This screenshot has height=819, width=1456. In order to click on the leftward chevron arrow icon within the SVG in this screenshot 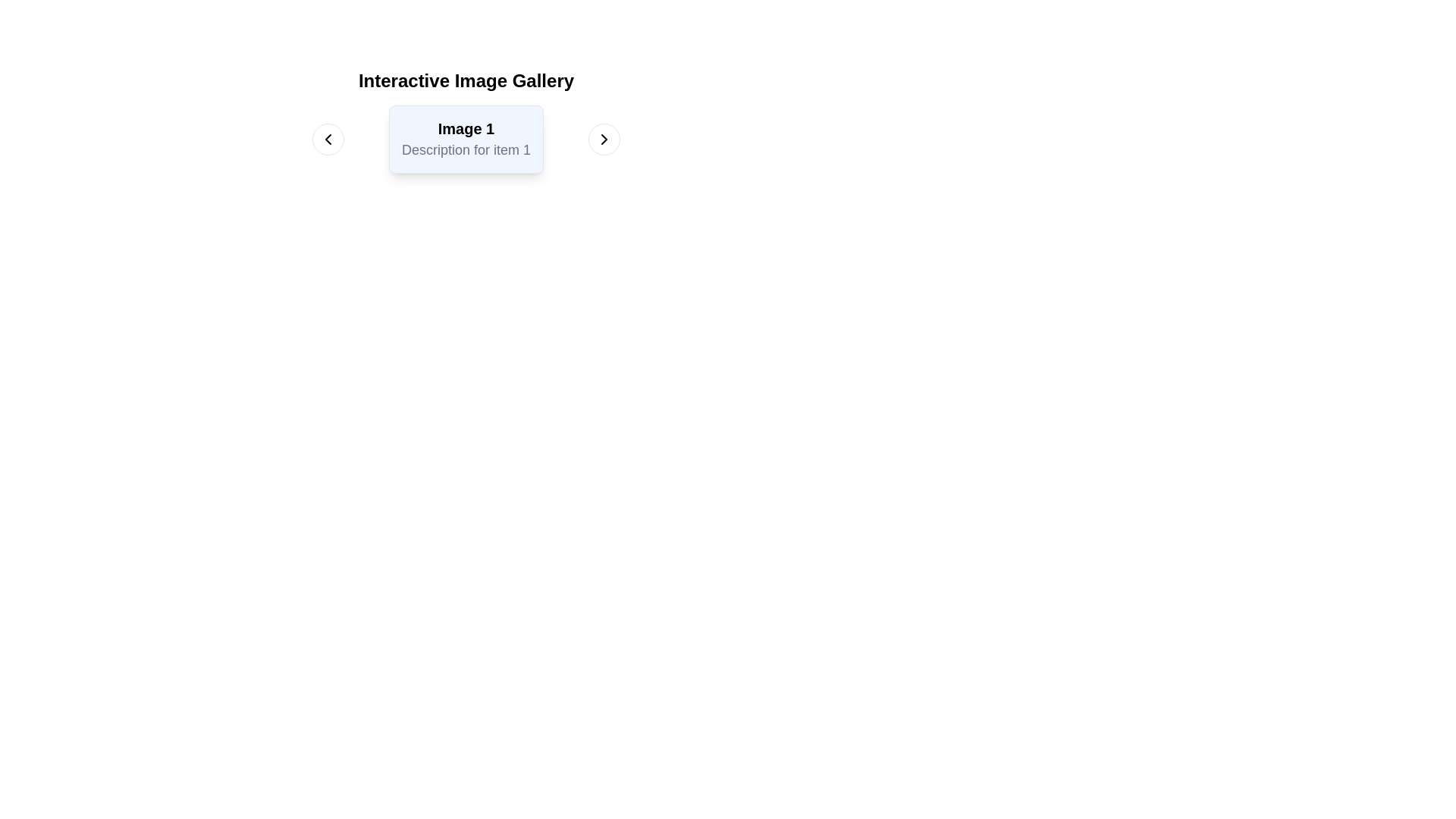, I will do `click(327, 140)`.